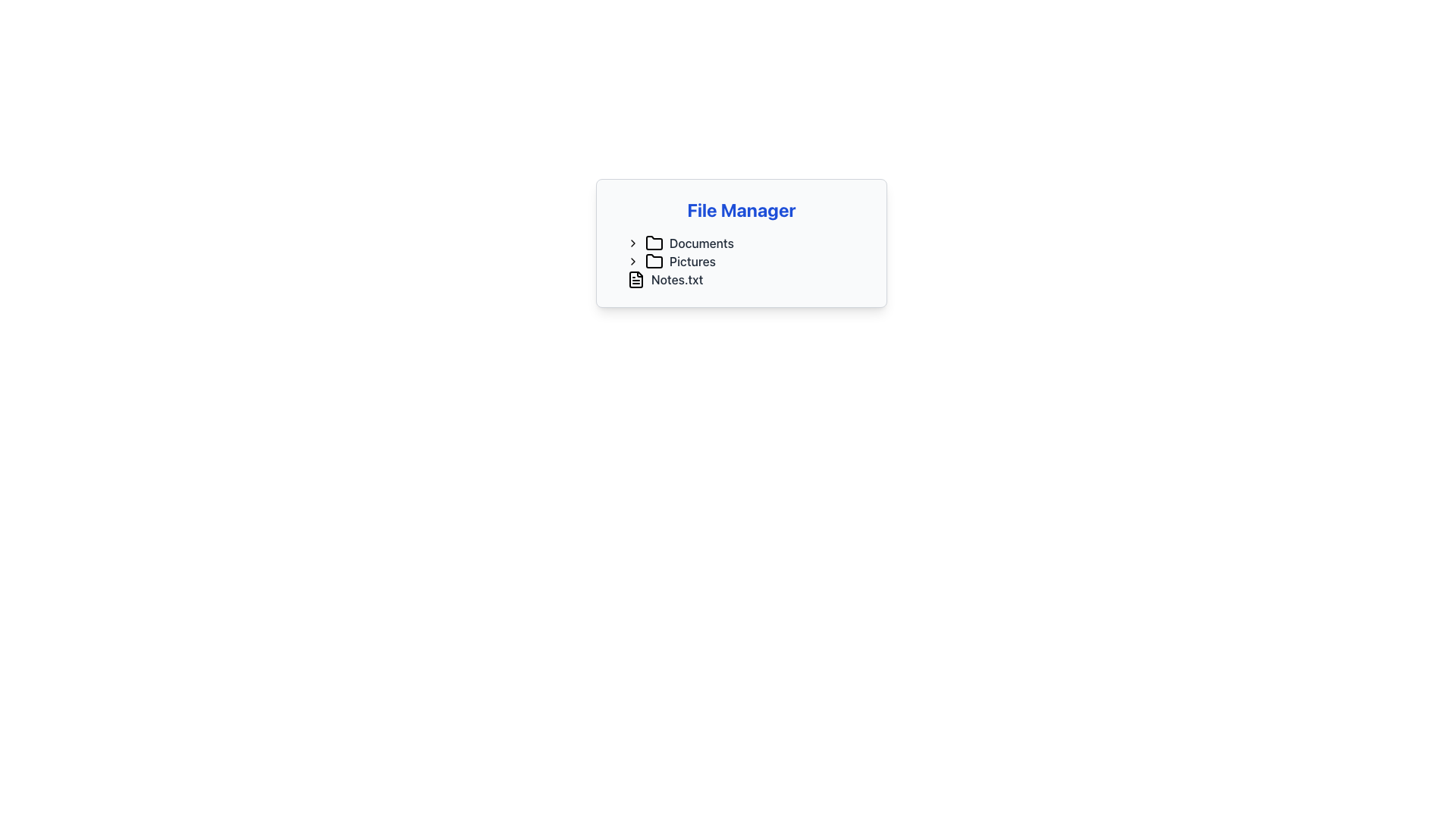 This screenshot has height=819, width=1456. Describe the element at coordinates (654, 260) in the screenshot. I see `the folder icon with a thin black outline located to the left of the 'Pictures' text label in the File Manager section` at that location.